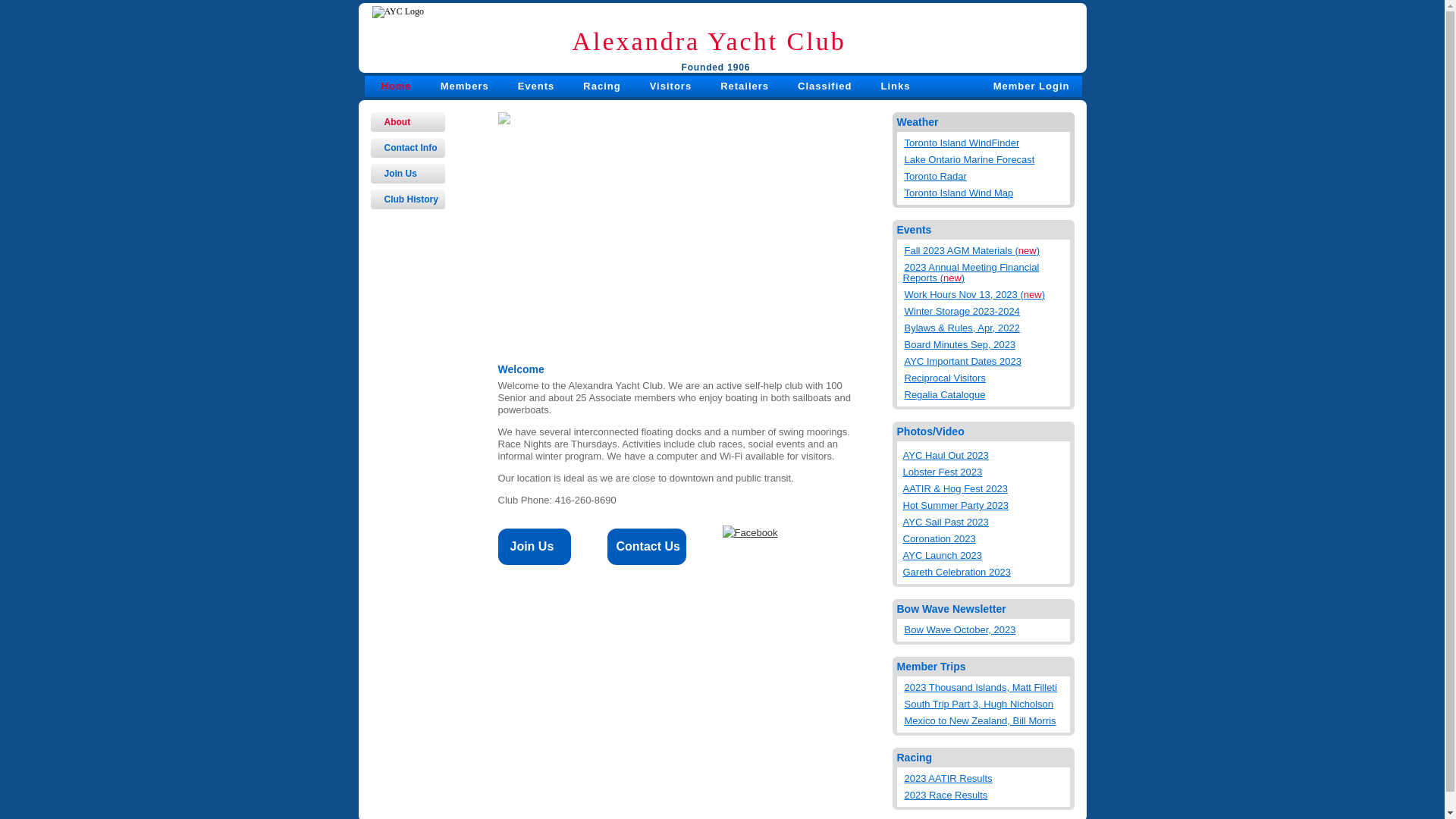  What do you see at coordinates (1031, 86) in the screenshot?
I see `'Member Login'` at bounding box center [1031, 86].